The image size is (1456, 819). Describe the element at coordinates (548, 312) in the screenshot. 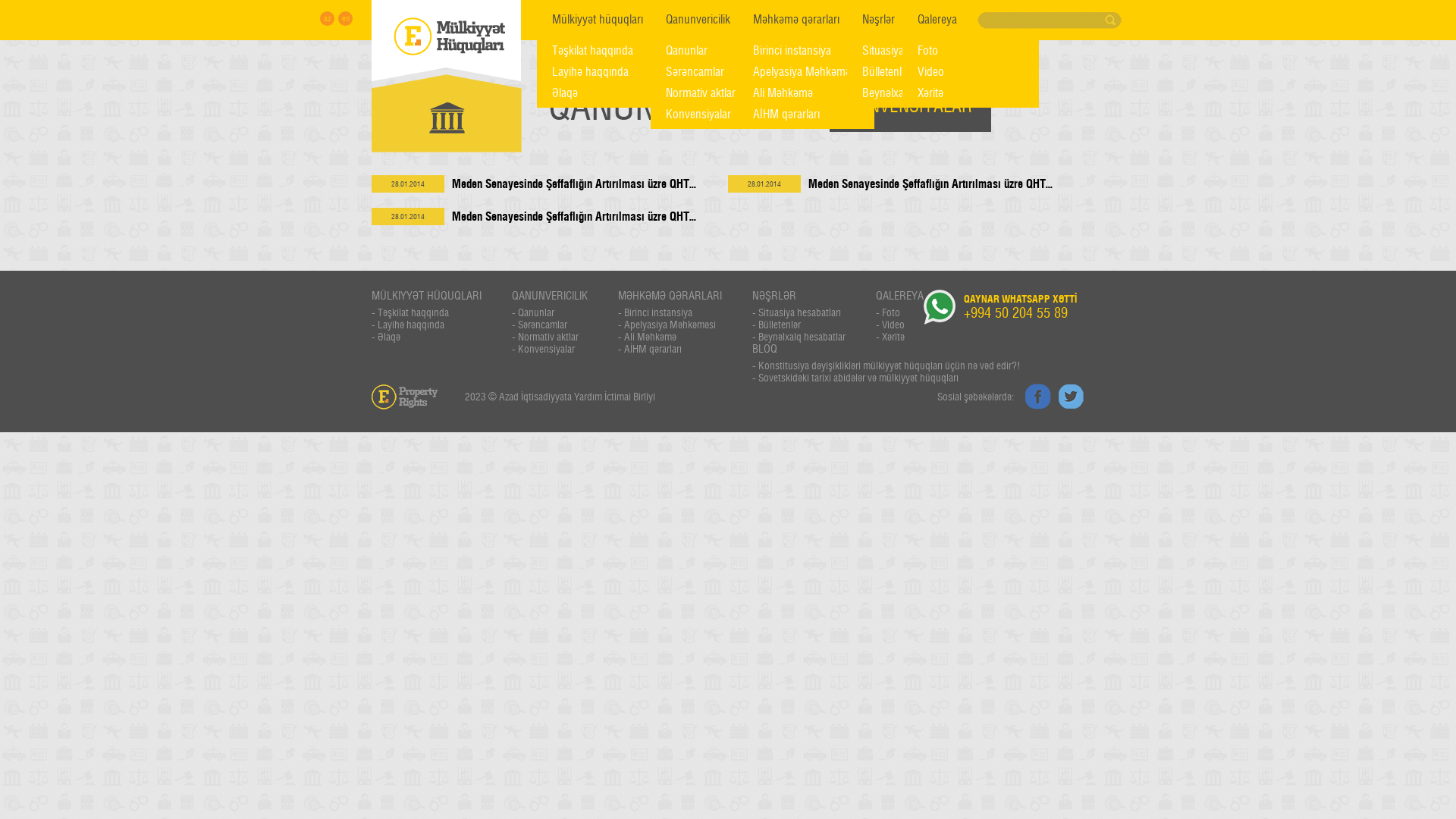

I see `'- Qanunlar'` at that location.